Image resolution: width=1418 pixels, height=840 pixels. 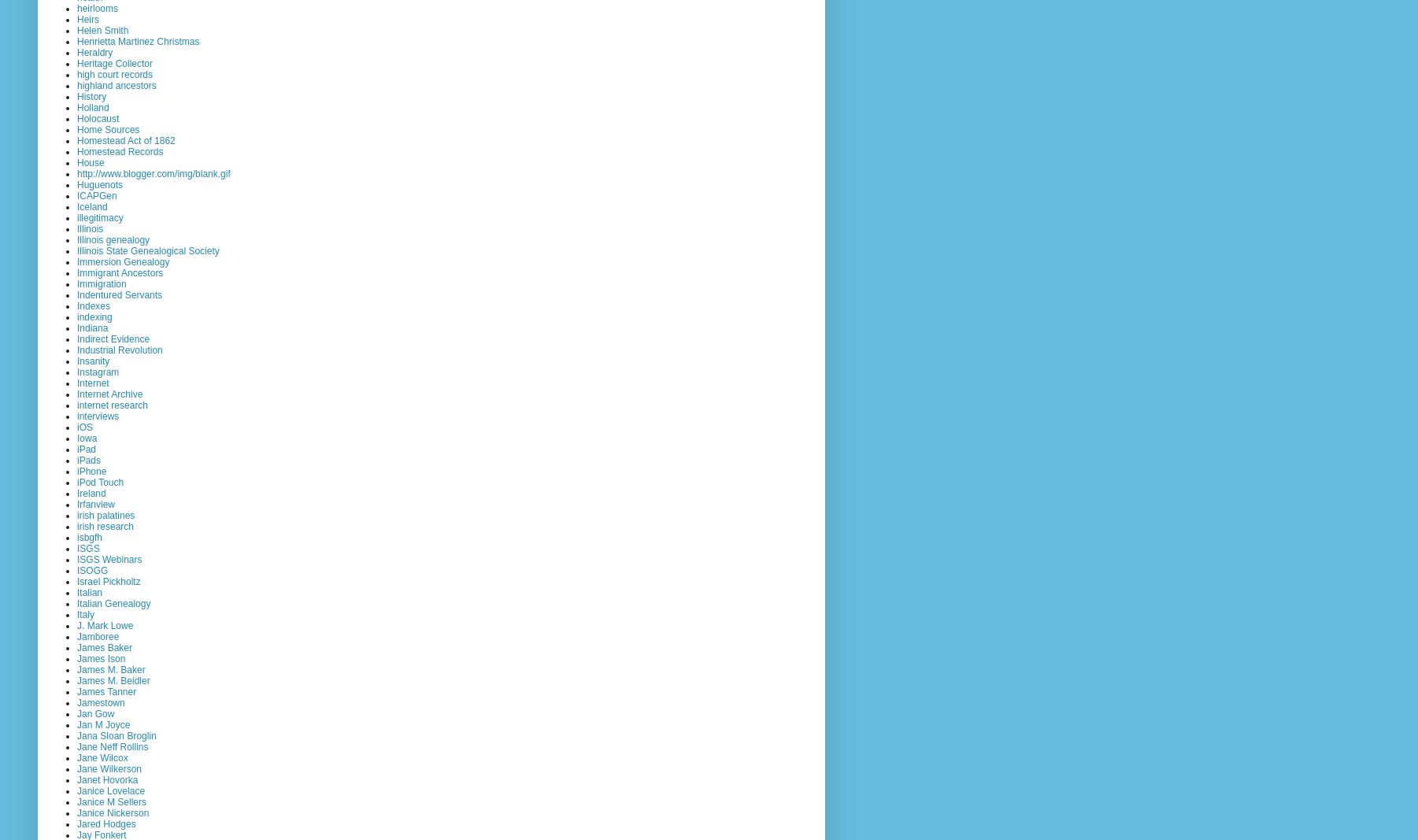 I want to click on 'Internet', so click(x=92, y=382).